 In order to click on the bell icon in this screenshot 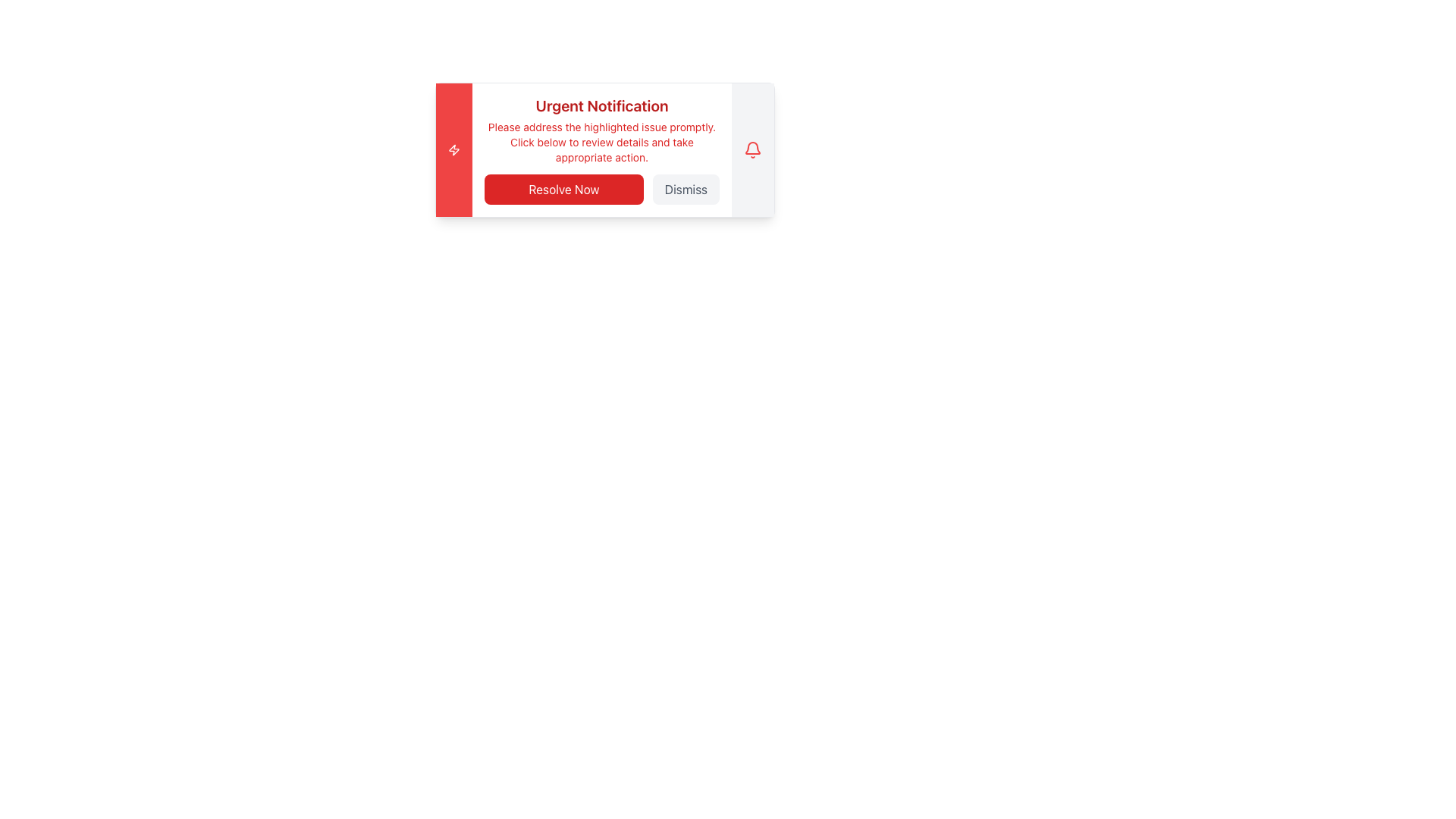, I will do `click(753, 149)`.